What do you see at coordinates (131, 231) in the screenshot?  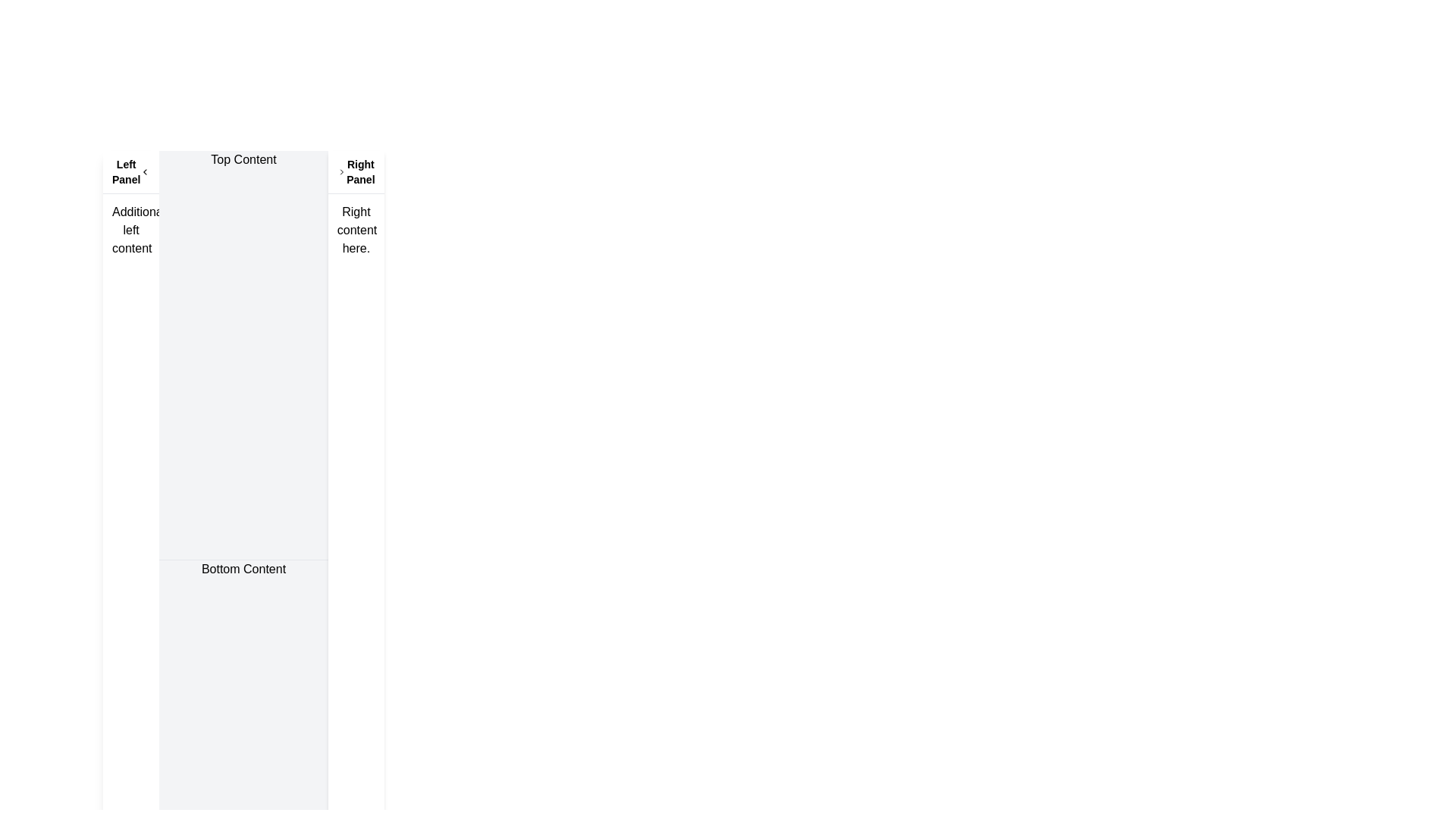 I see `the static text content element in the left panel, which is located near the top left corner of the layout` at bounding box center [131, 231].